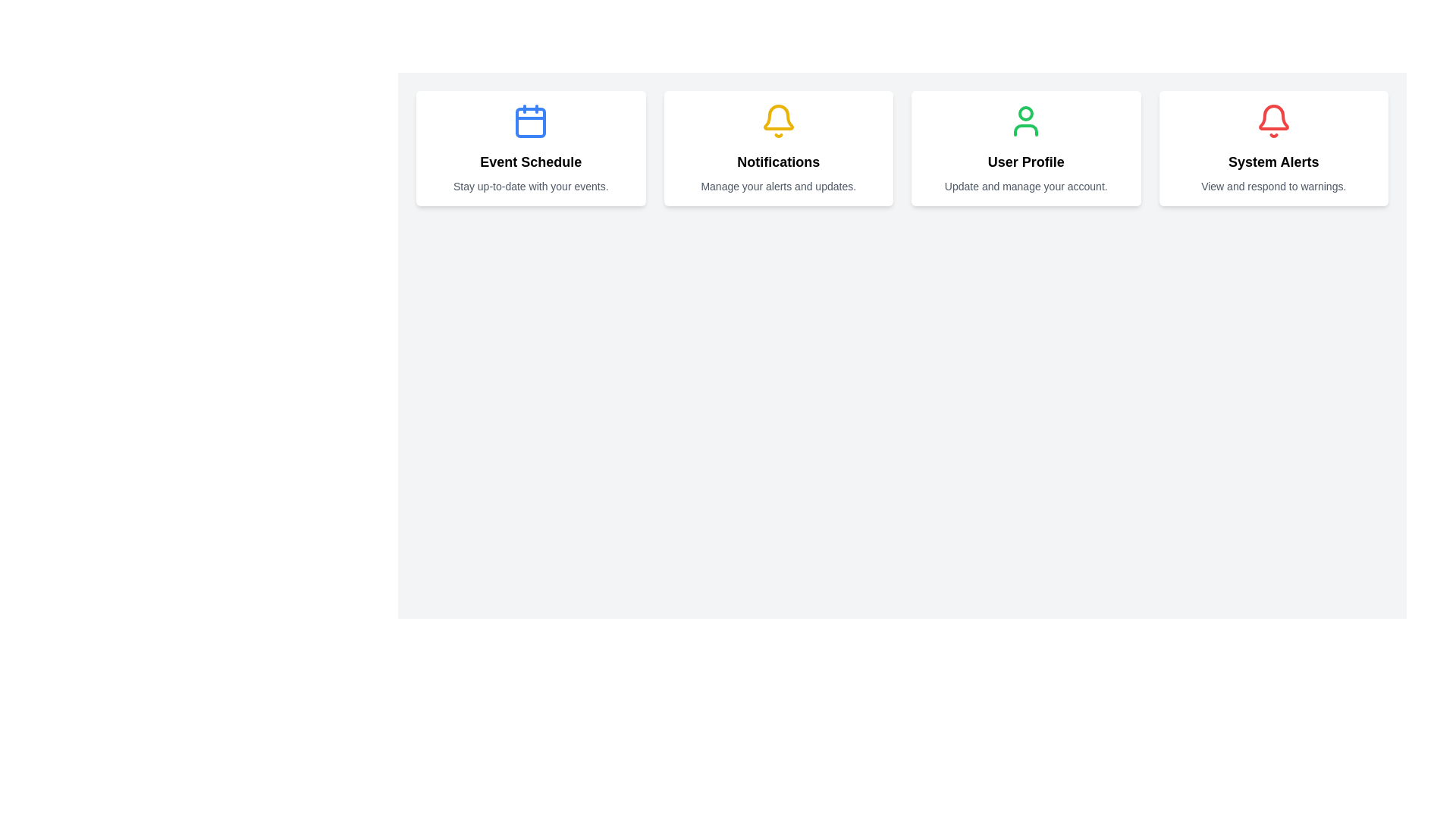 The width and height of the screenshot is (1456, 819). Describe the element at coordinates (1273, 116) in the screenshot. I see `the notification alert icon located inside the red bell icon on the rightmost card labeled 'System Alerts' in the top row of the interface` at that location.